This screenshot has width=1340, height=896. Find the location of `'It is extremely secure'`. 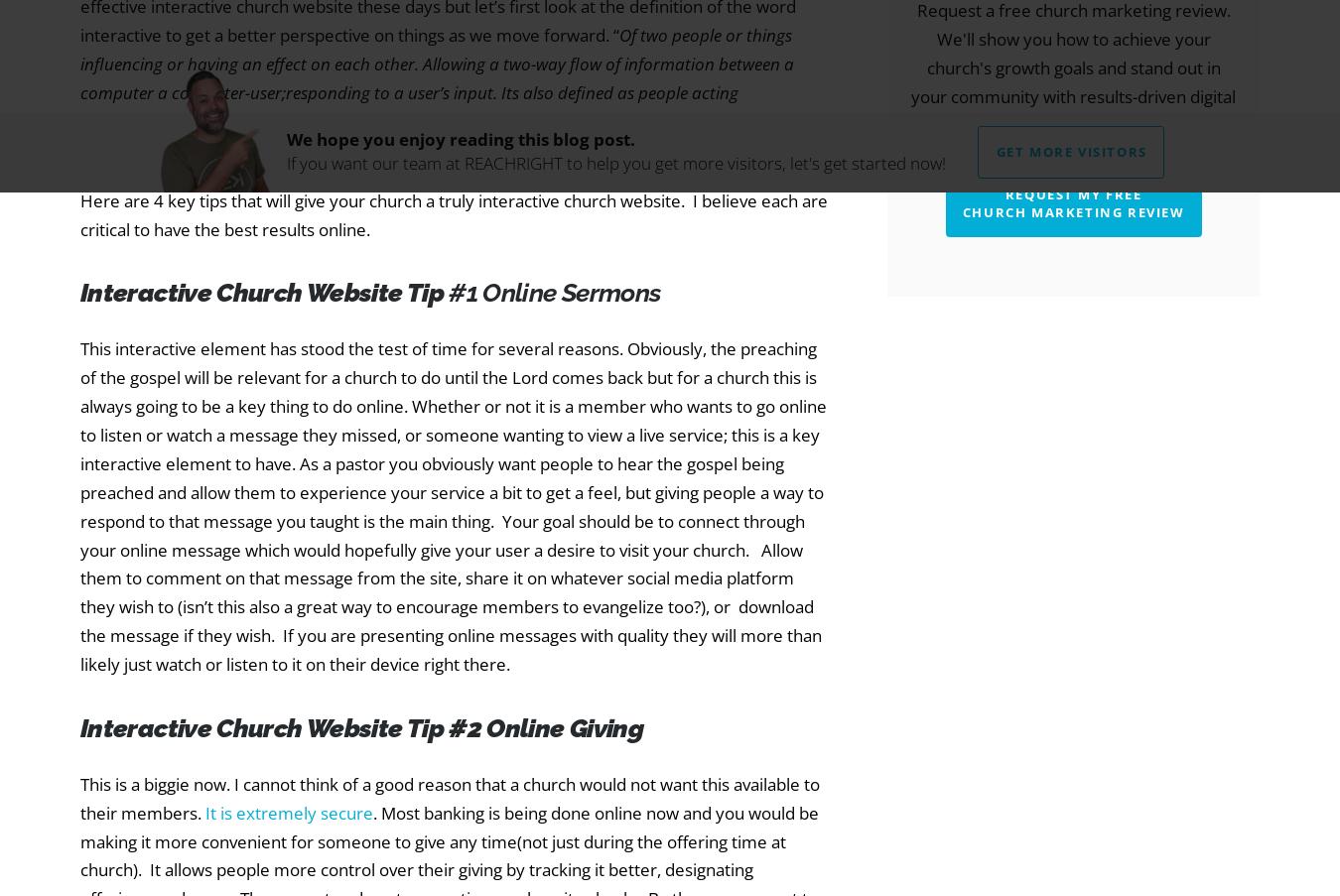

'It is extremely secure' is located at coordinates (288, 811).